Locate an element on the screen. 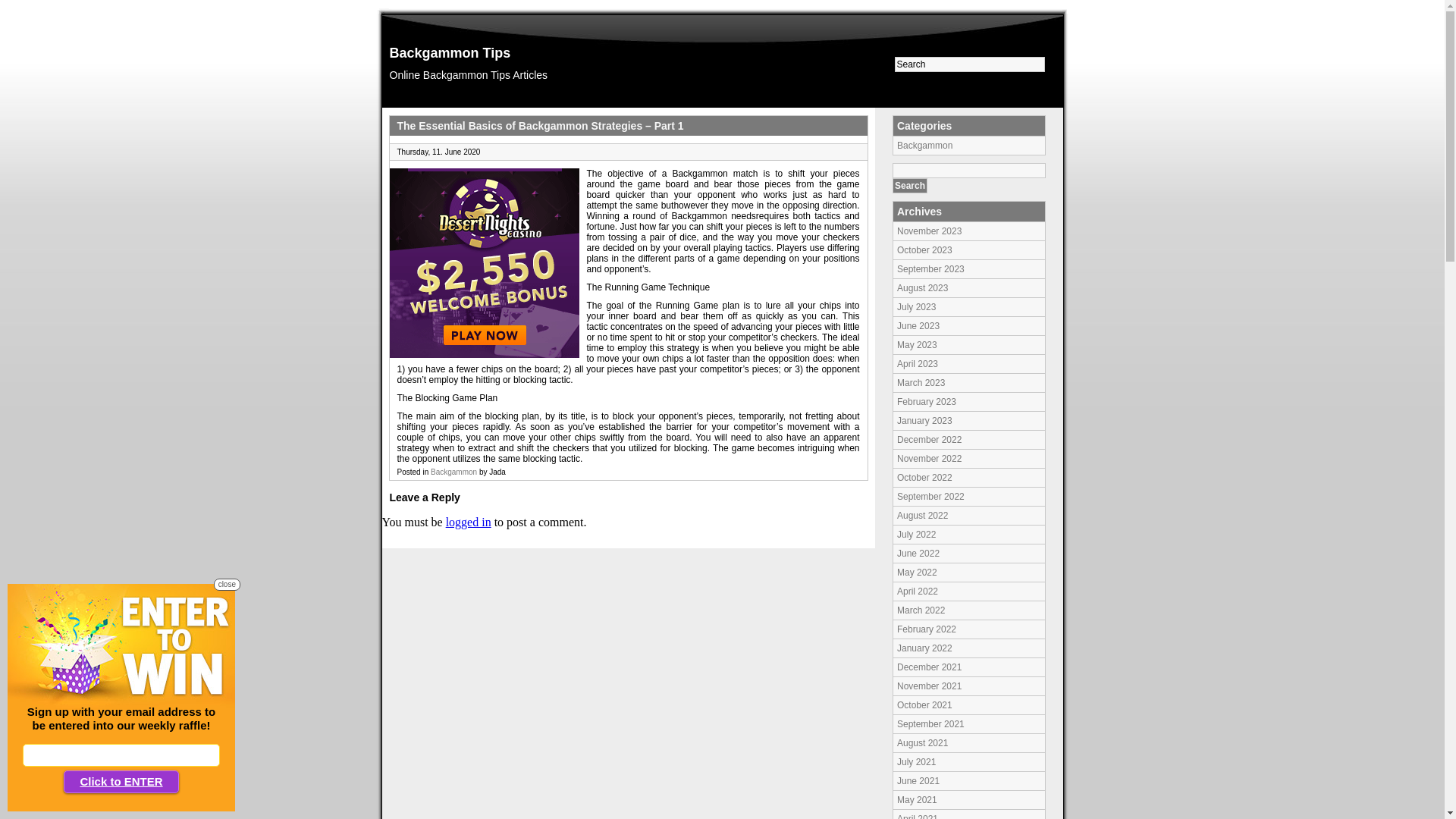 The image size is (1456, 819). 'August 2023' is located at coordinates (921, 288).